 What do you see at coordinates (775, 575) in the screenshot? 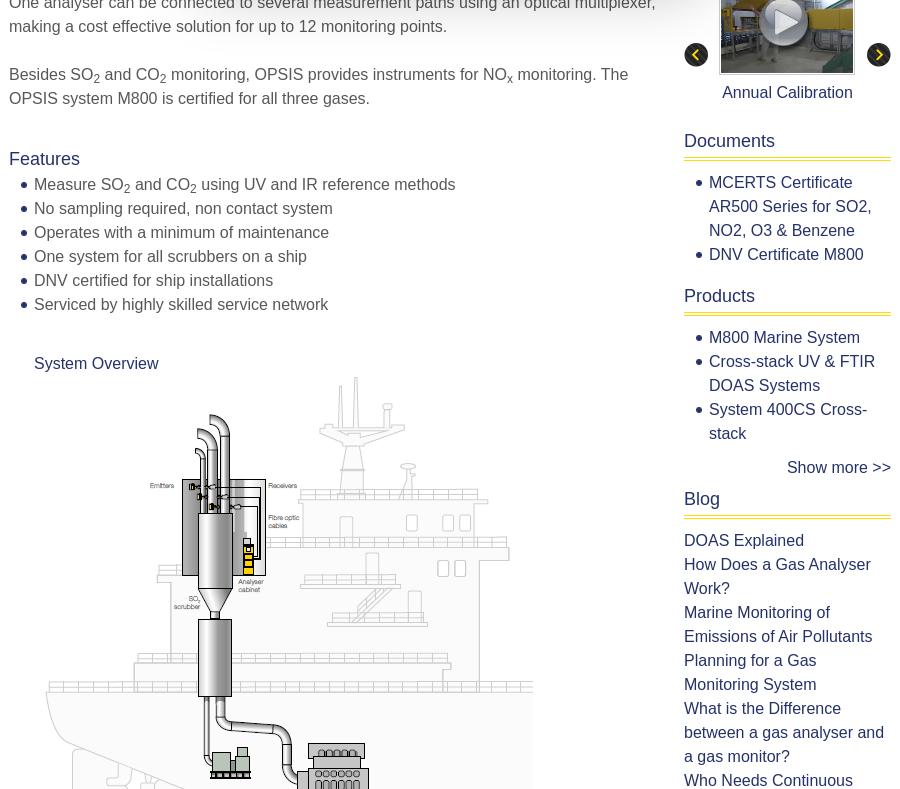
I see `'How Does a Gas Analyser Work?'` at bounding box center [775, 575].